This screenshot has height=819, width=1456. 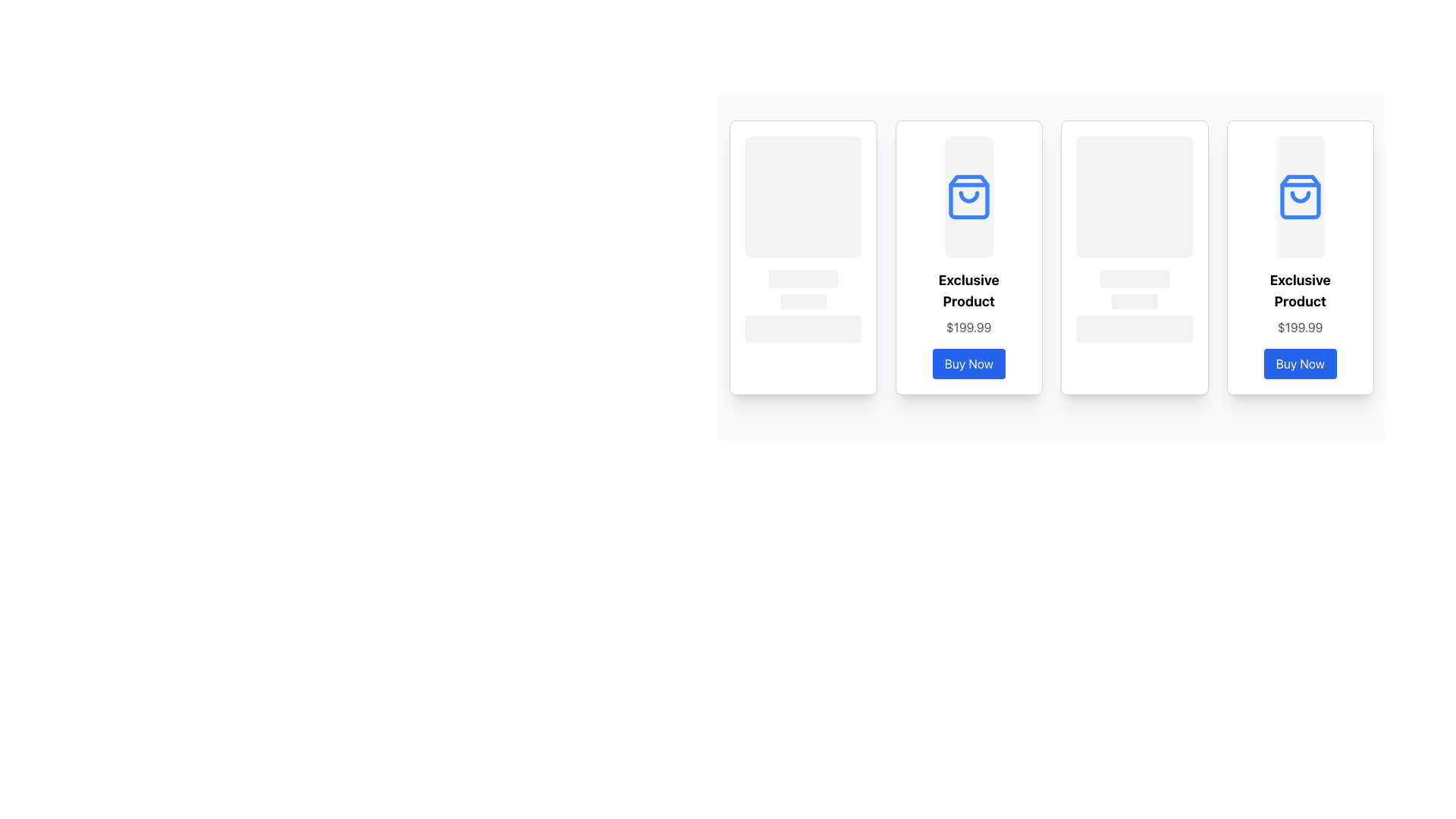 I want to click on the decorative visual element located in the second card from the left, positioned above the 'Exclusive Product' text and centered horizontally within the card, so click(x=968, y=196).